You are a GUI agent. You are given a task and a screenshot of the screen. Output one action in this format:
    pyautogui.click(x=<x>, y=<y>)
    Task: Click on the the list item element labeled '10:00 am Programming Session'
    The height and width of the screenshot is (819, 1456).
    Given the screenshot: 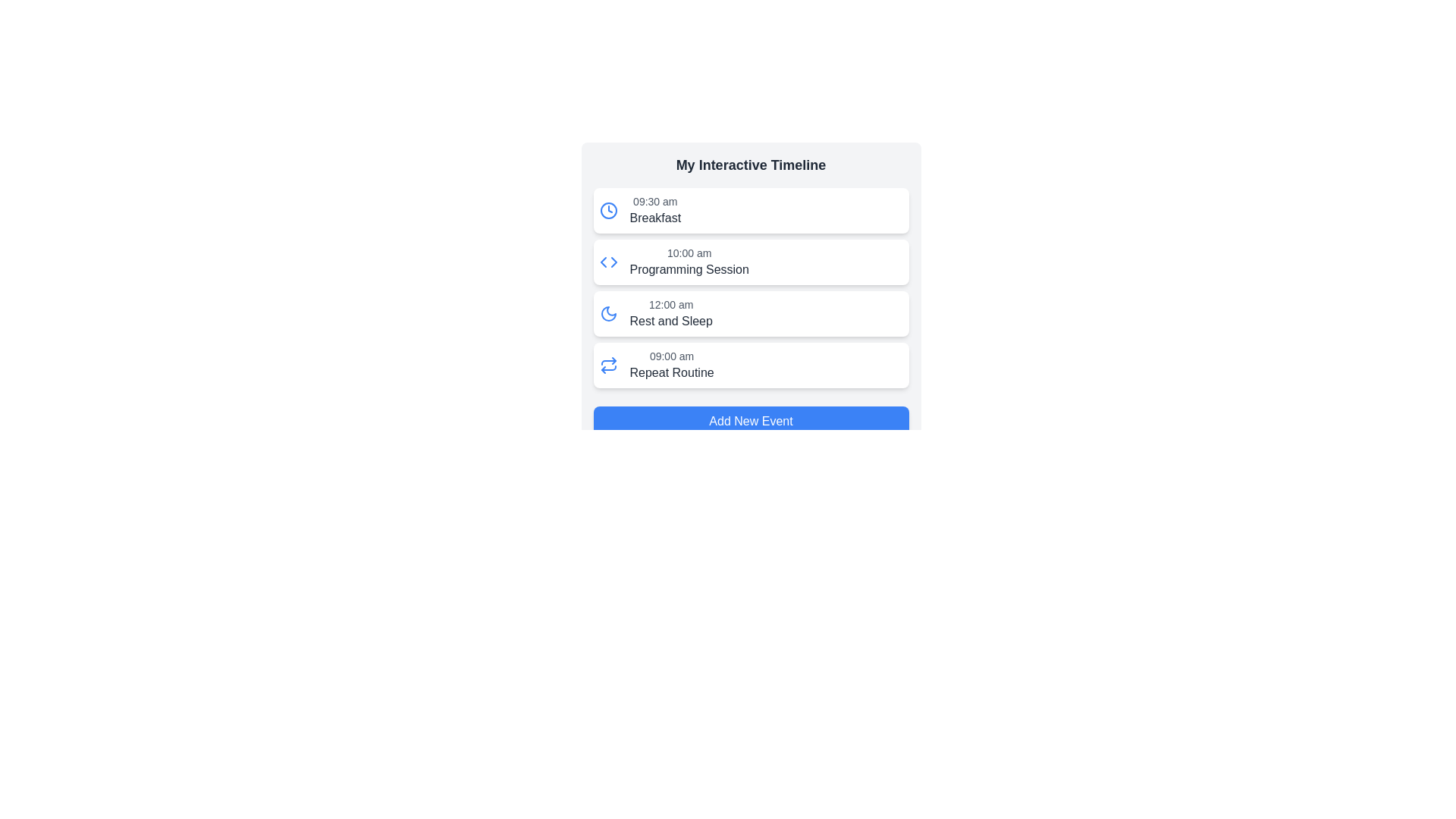 What is the action you would take?
    pyautogui.click(x=673, y=262)
    